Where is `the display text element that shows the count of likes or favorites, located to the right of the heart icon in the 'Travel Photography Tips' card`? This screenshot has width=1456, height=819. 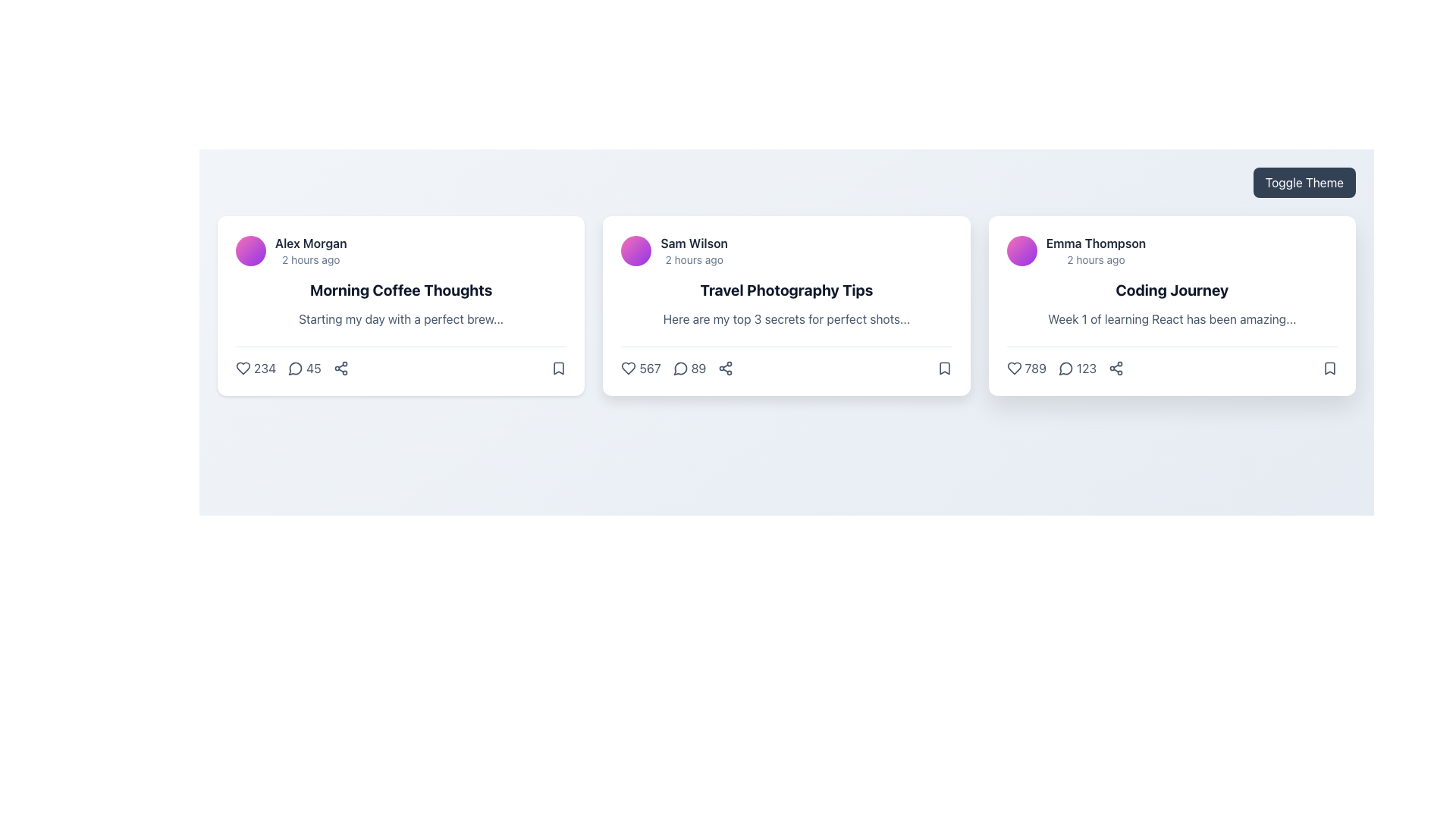
the display text element that shows the count of likes or favorites, located to the right of the heart icon in the 'Travel Photography Tips' card is located at coordinates (650, 369).